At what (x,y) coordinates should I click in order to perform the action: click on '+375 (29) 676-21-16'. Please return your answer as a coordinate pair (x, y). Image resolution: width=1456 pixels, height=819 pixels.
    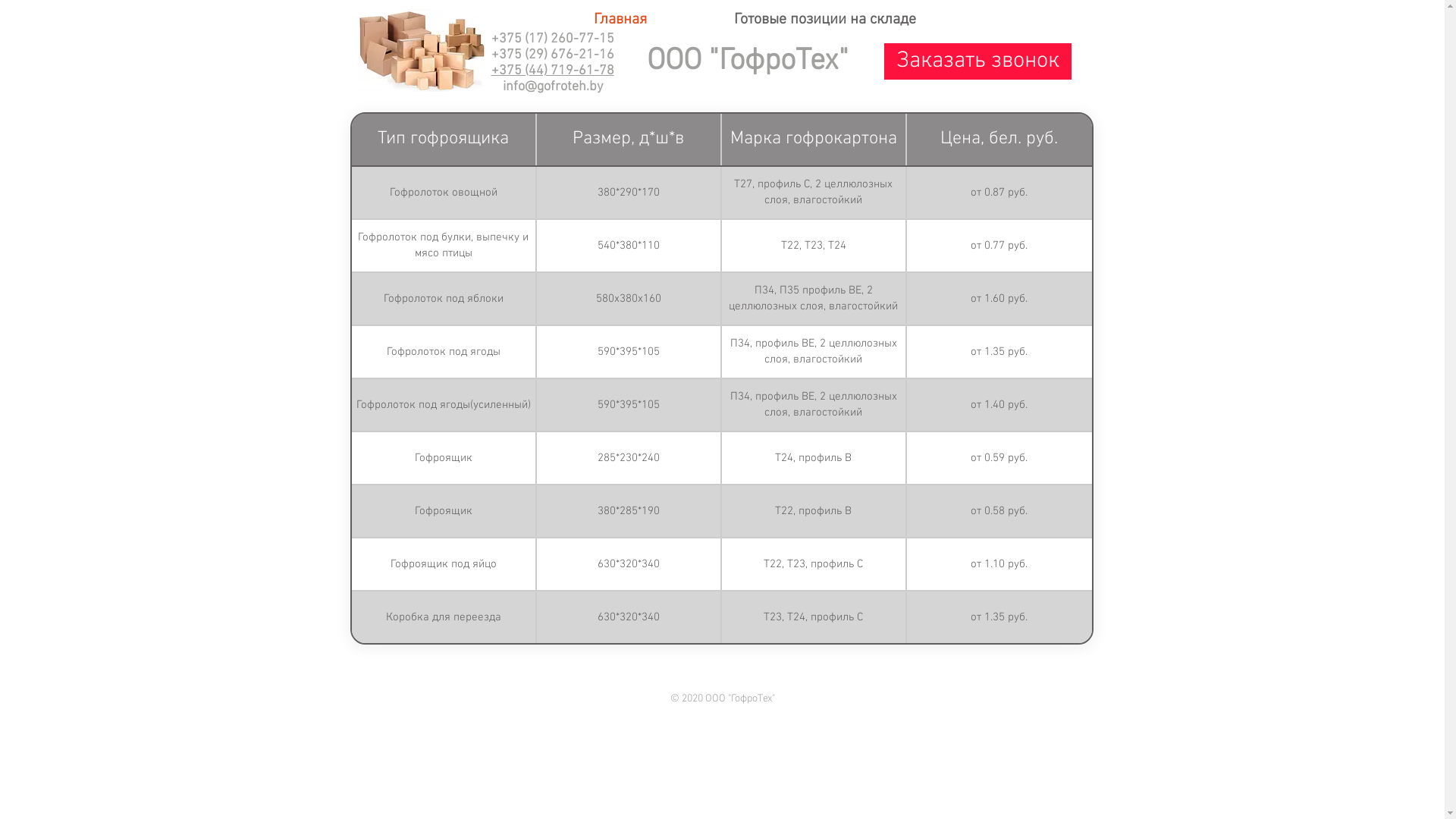
    Looking at the image, I should click on (552, 54).